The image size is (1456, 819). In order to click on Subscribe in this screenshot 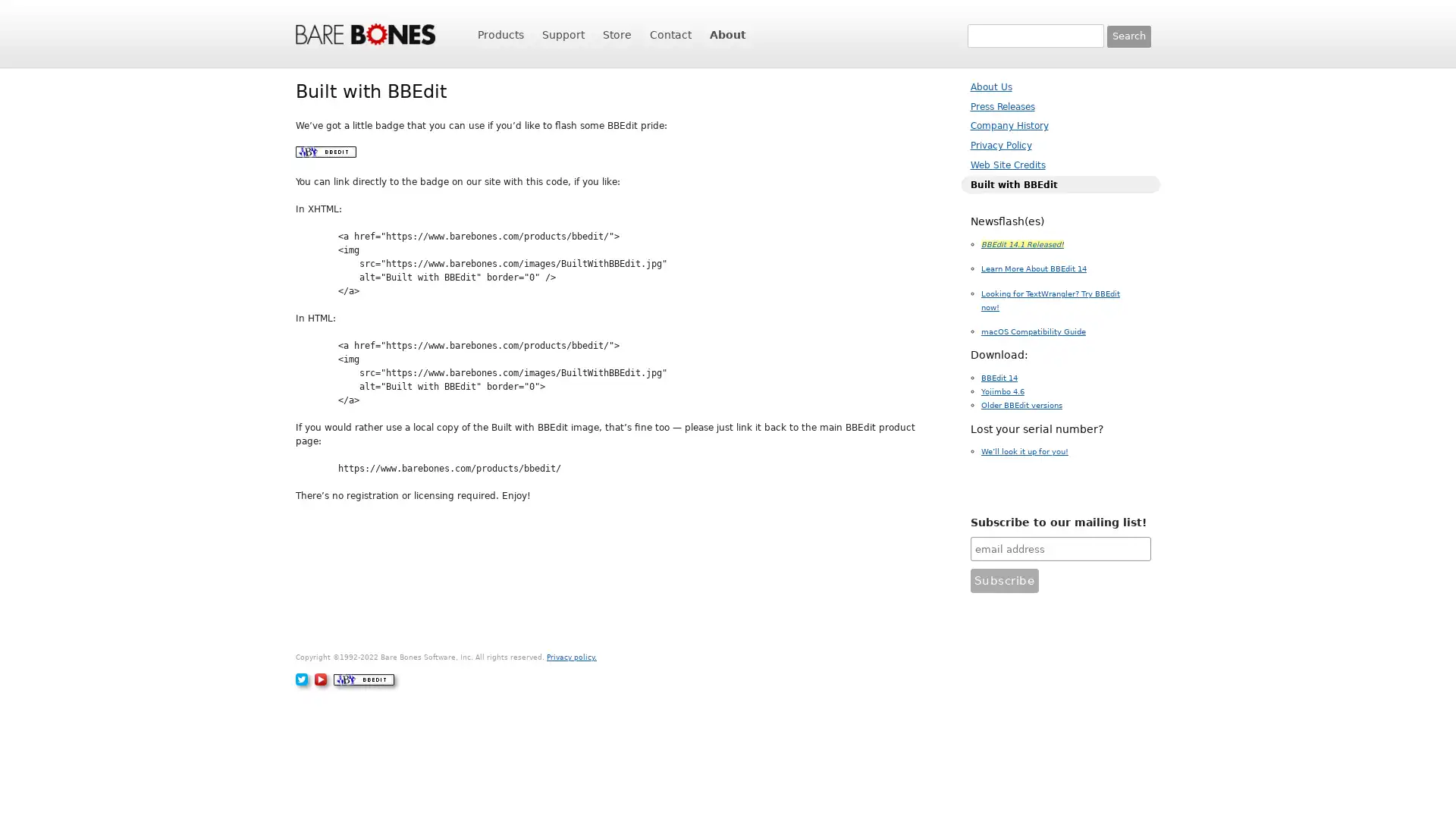, I will do `click(1004, 580)`.